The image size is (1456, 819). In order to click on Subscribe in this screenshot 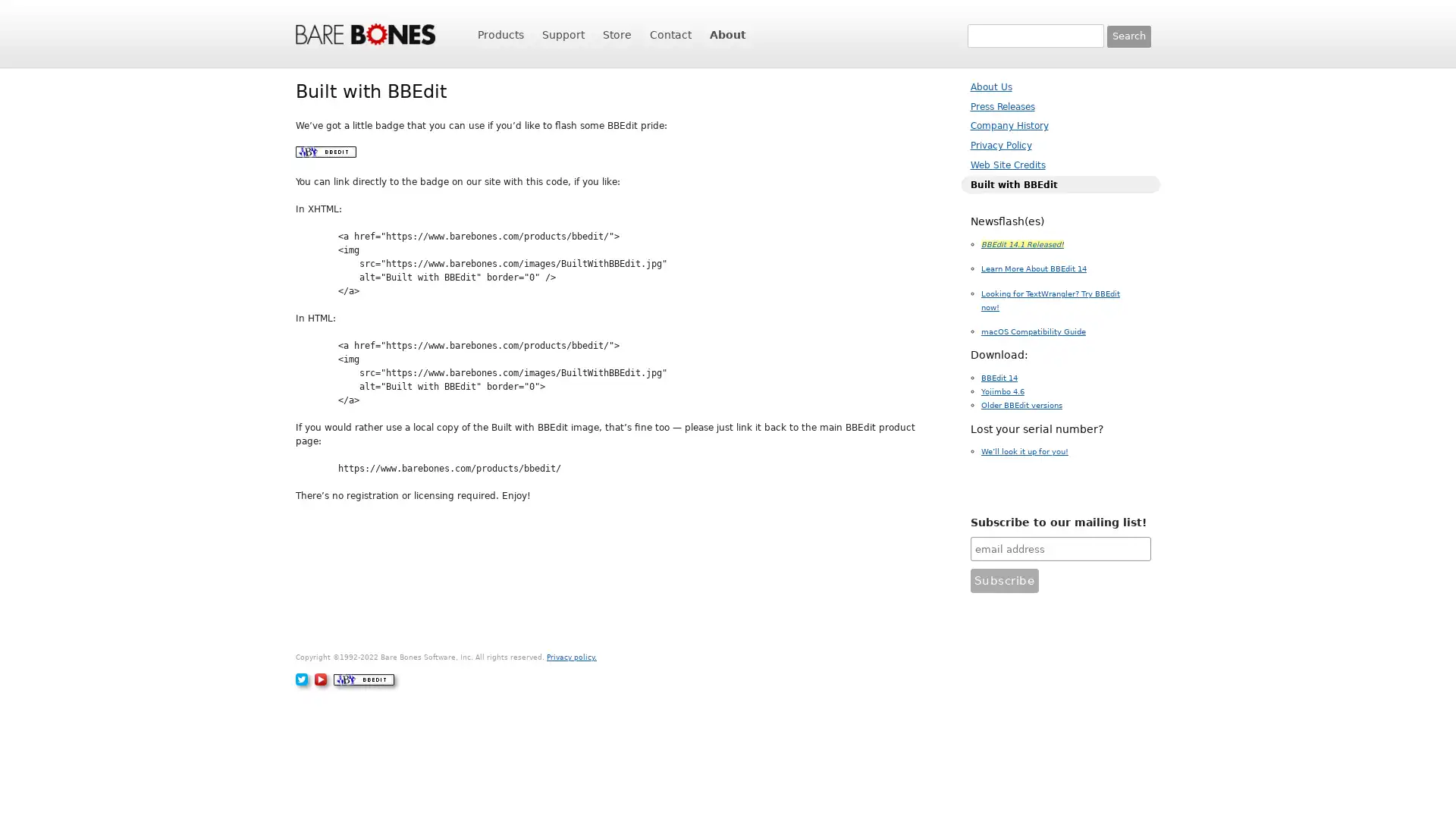, I will do `click(1004, 580)`.